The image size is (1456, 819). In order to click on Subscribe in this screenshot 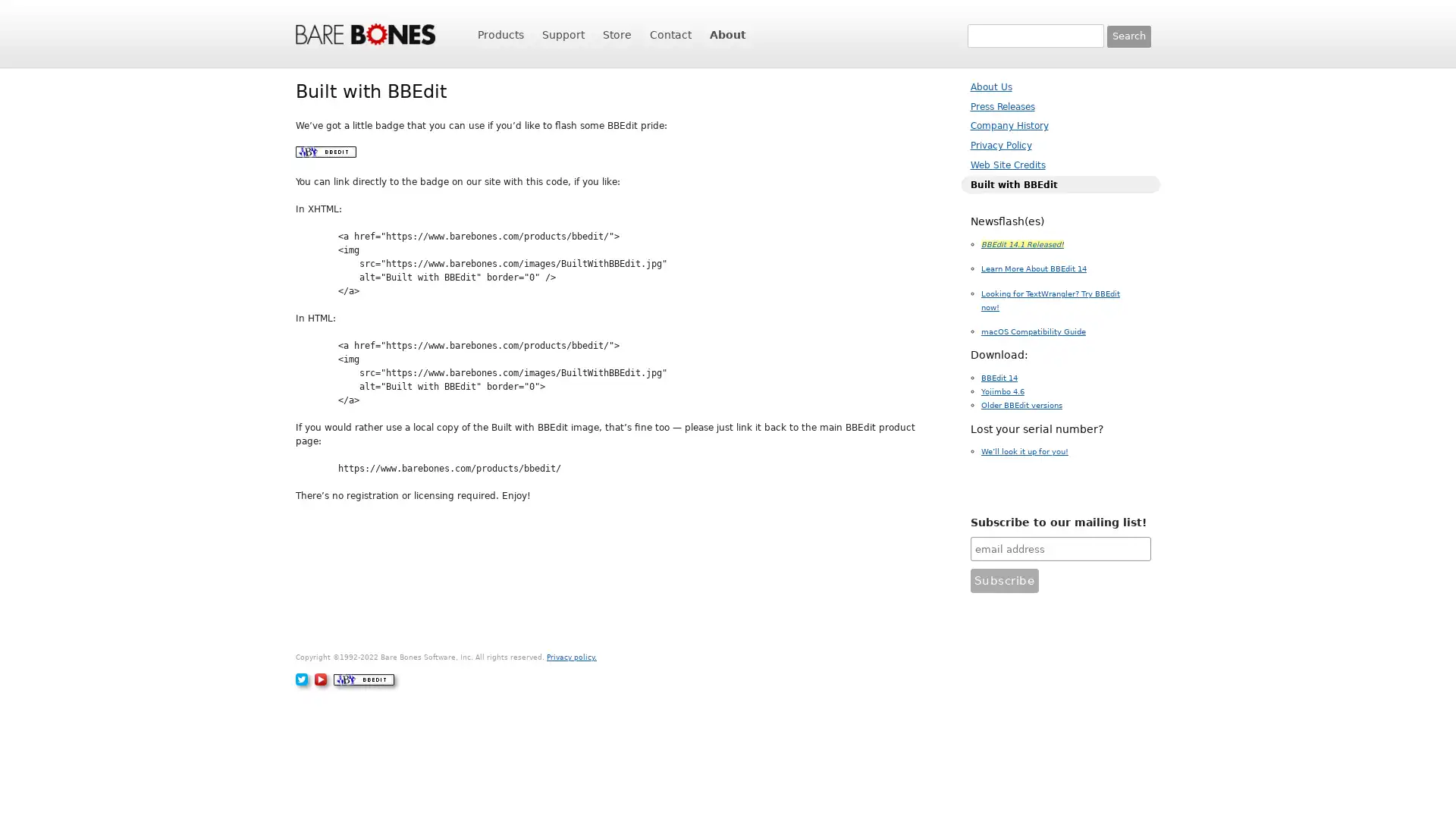, I will do `click(1004, 580)`.